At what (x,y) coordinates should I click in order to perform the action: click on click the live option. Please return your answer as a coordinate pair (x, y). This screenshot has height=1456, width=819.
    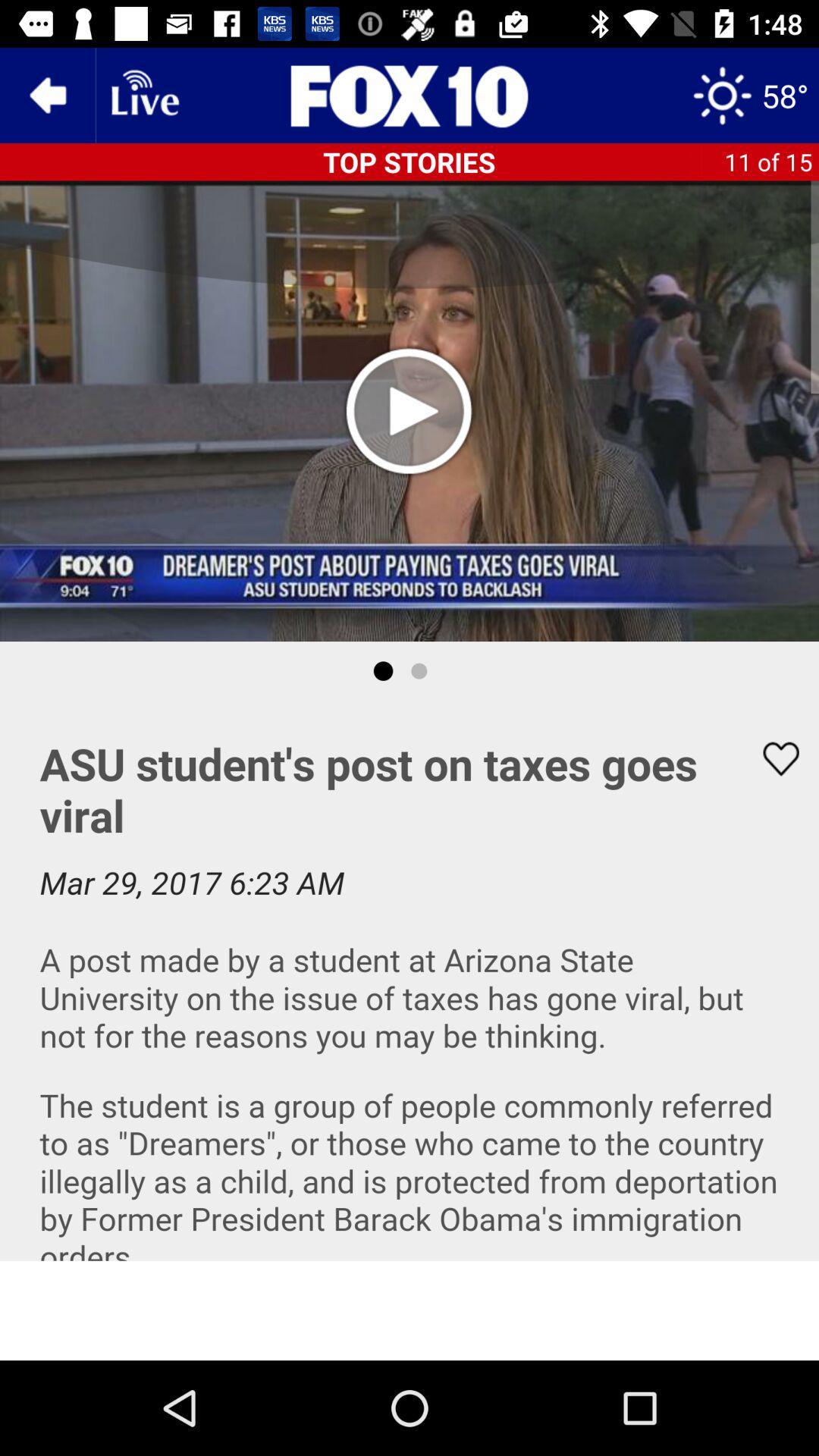
    Looking at the image, I should click on (143, 94).